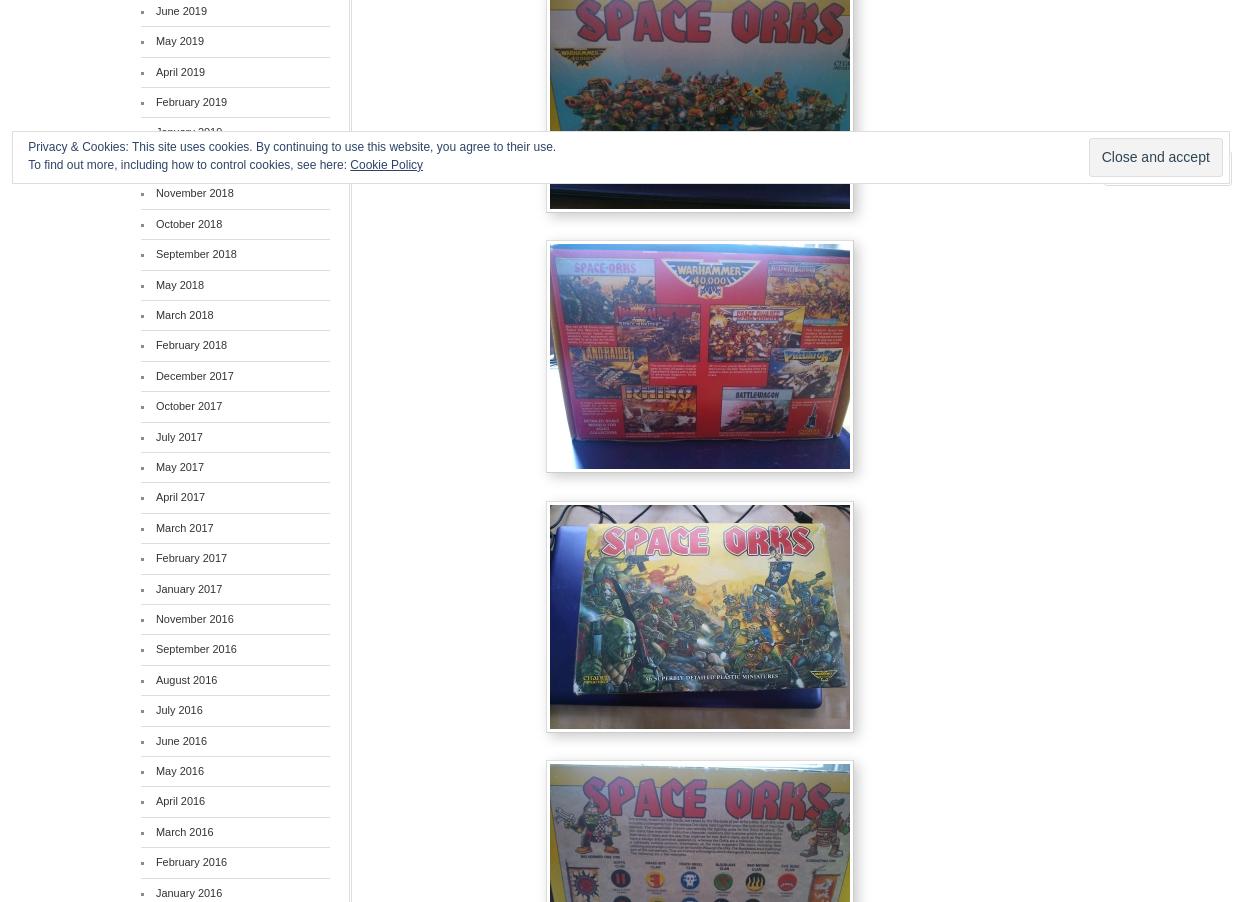 The height and width of the screenshot is (902, 1242). Describe the element at coordinates (194, 160) in the screenshot. I see `'December 2018'` at that location.